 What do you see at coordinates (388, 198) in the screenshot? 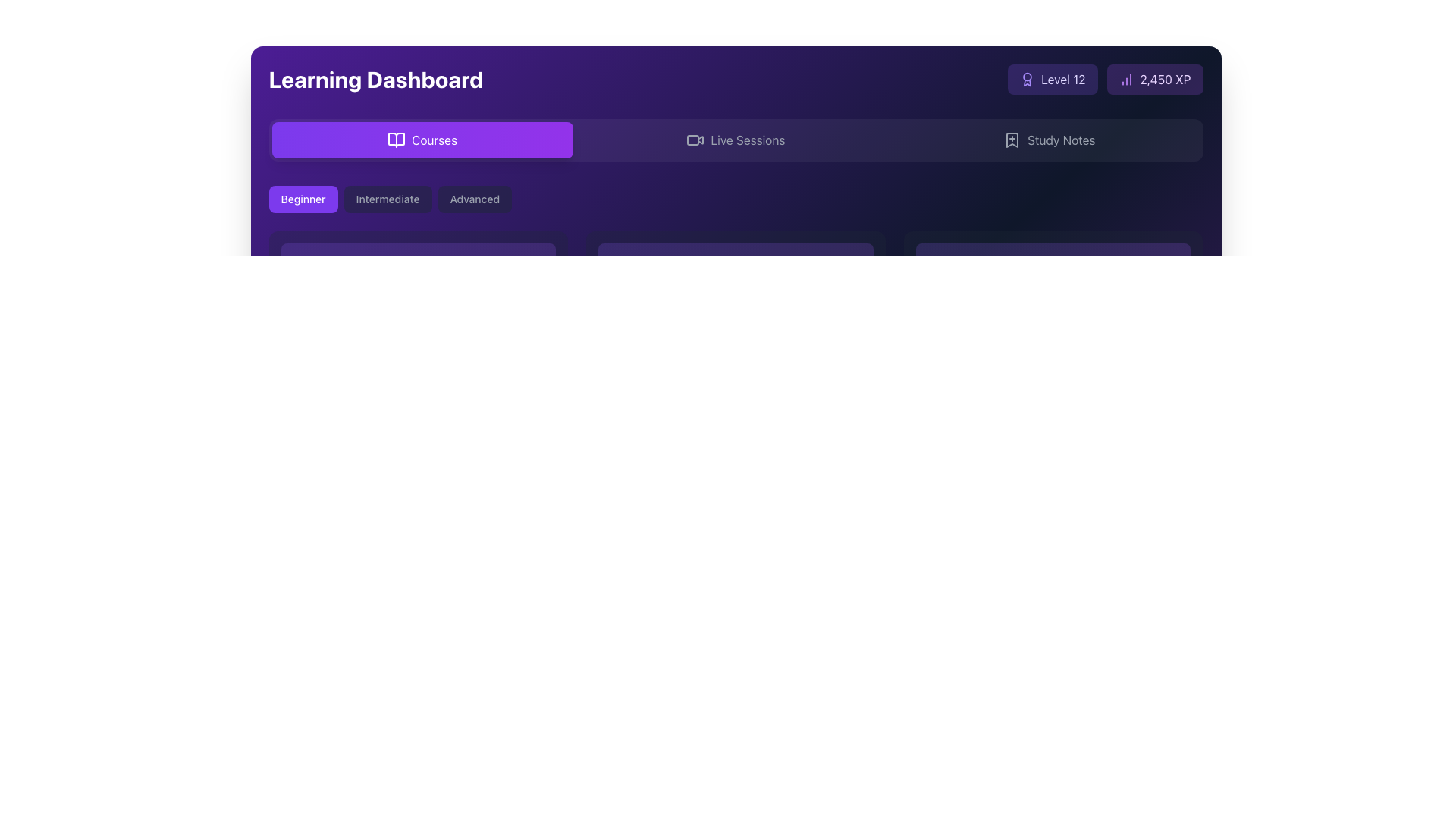
I see `the 'Intermediate' button, which is a rectangular button with rounded corners located between the 'Beginner' and 'Advanced' buttons beneath the 'Learning Dashboard' header` at bounding box center [388, 198].